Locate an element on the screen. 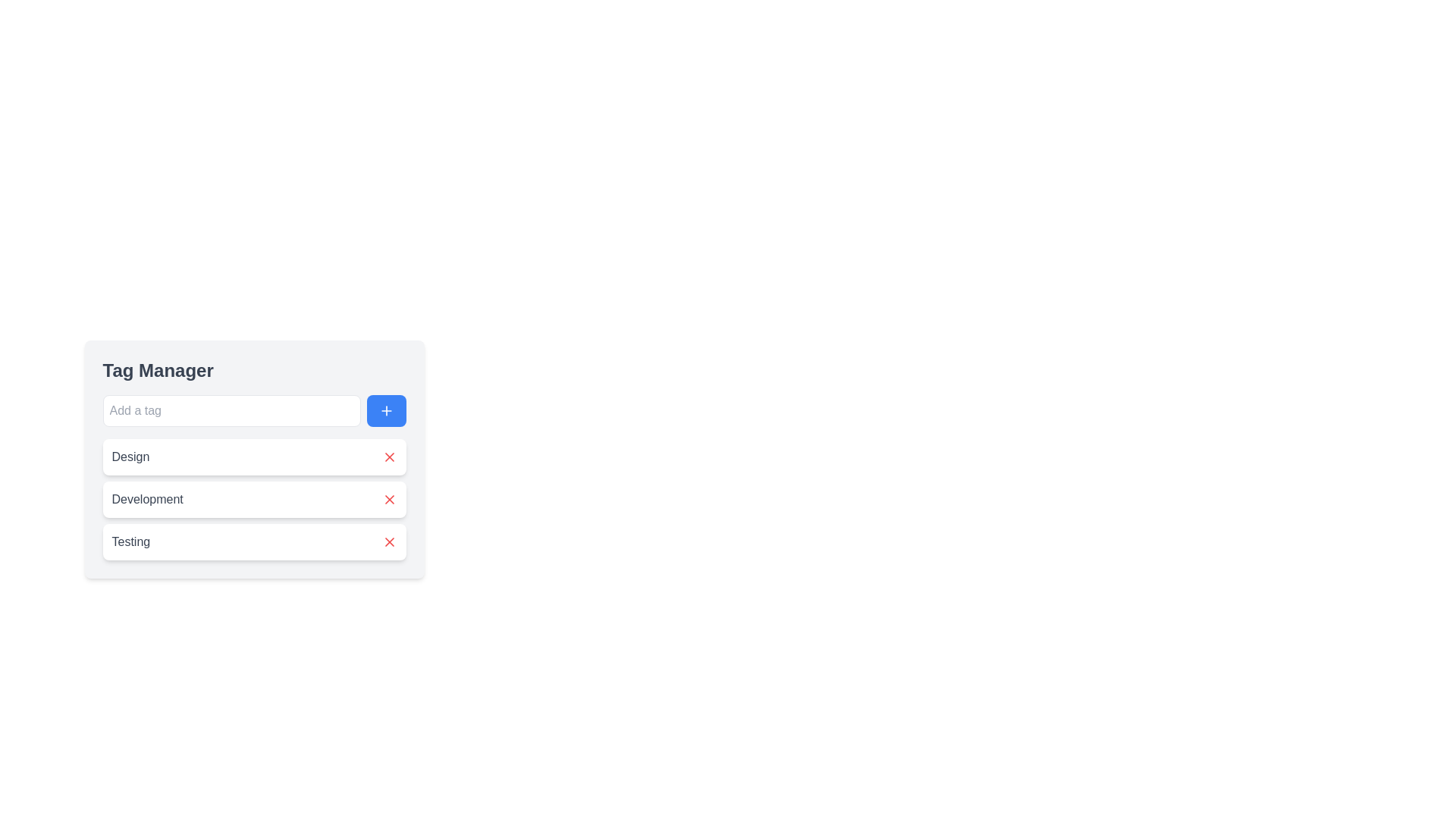 This screenshot has height=819, width=1456. the button to add a new entry to the list of tags, located to the right of the input field labeled 'Add a tag' in the 'Tag Manager' section is located at coordinates (386, 411).